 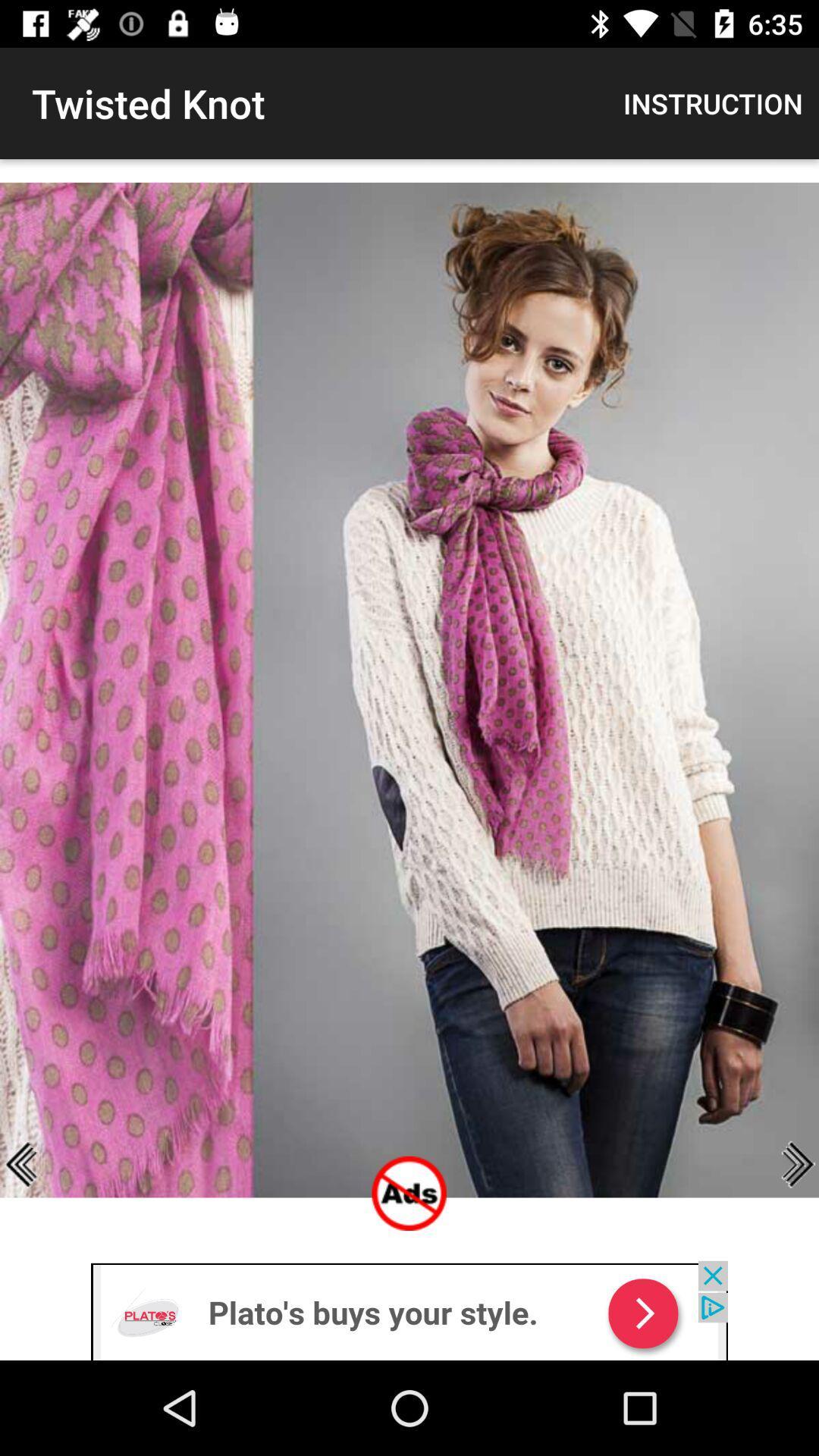 What do you see at coordinates (409, 1310) in the screenshot?
I see `plato buys your style go-to` at bounding box center [409, 1310].